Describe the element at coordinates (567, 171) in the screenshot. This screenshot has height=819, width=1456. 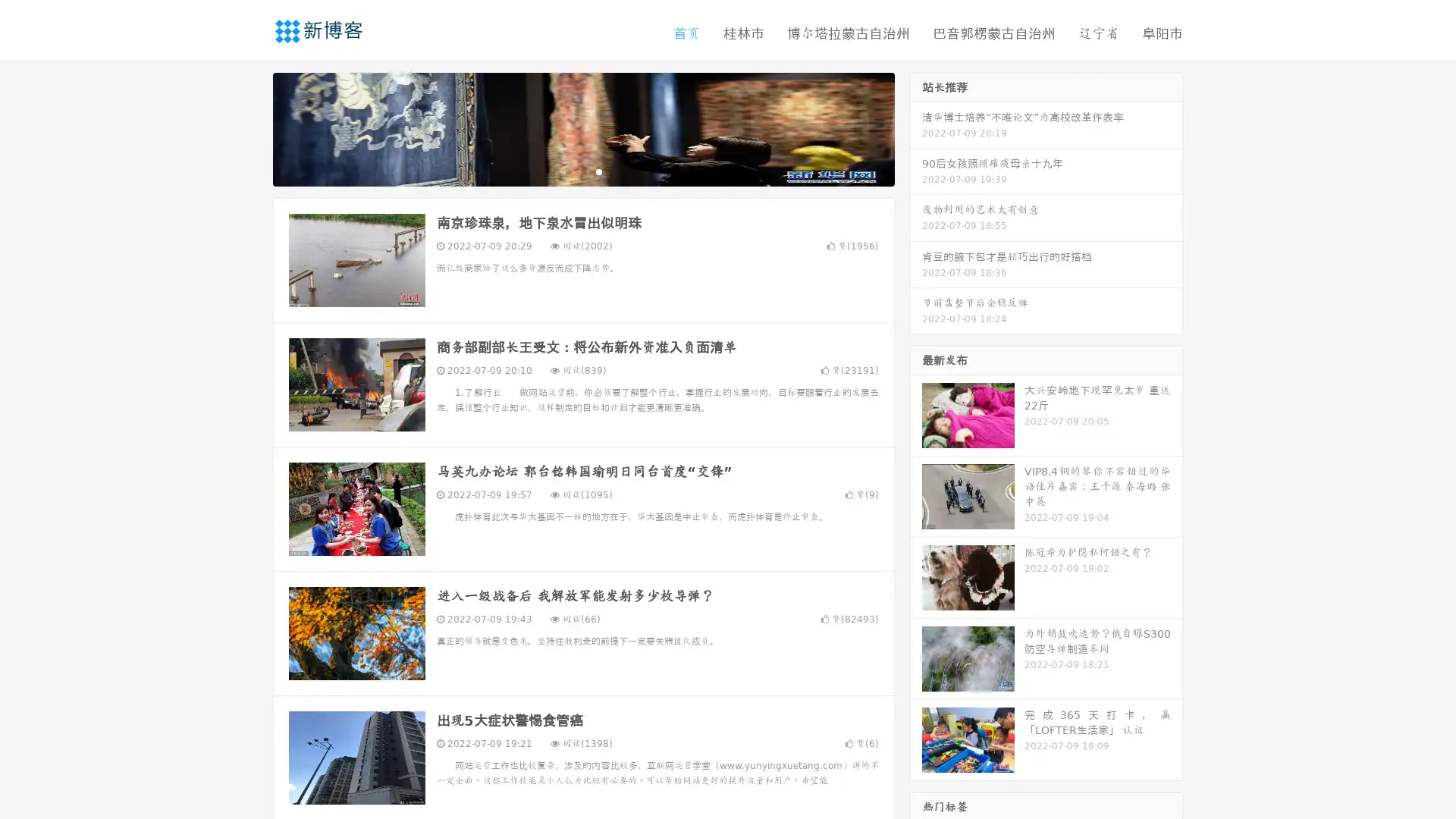
I see `Go to slide 1` at that location.